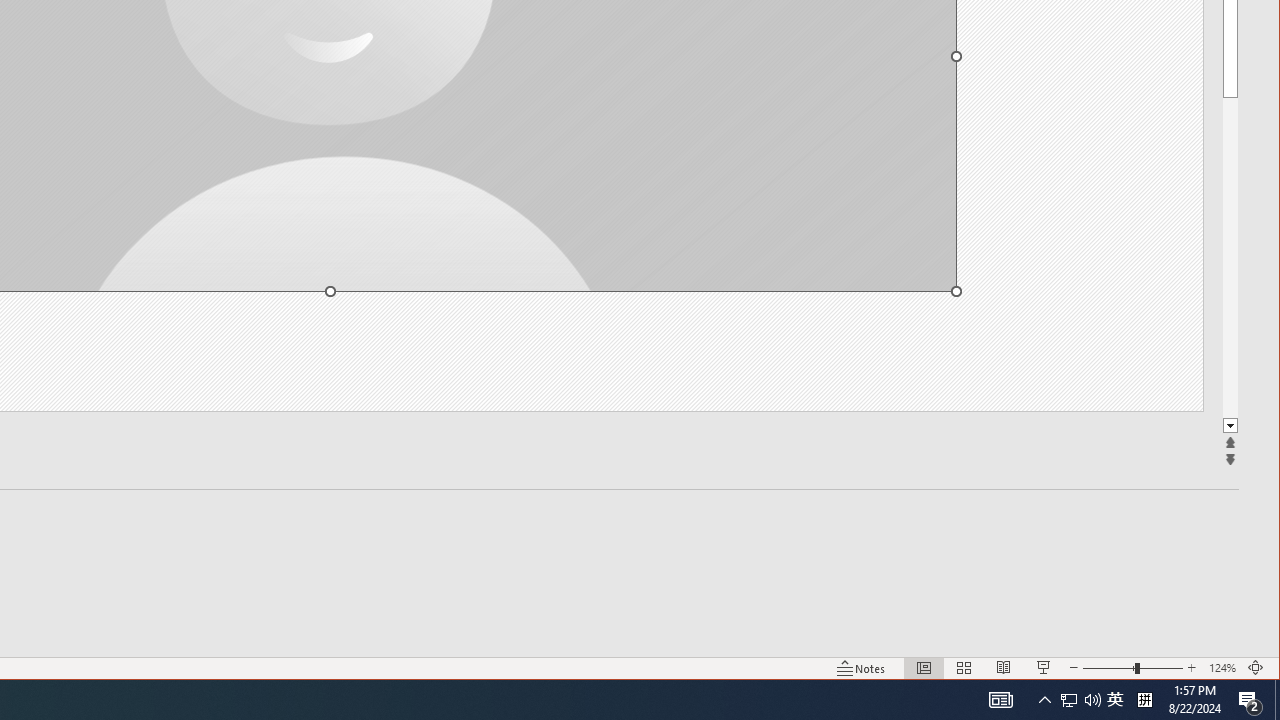 The width and height of the screenshot is (1280, 720). Describe the element at coordinates (1229, 425) in the screenshot. I see `'Line down'` at that location.